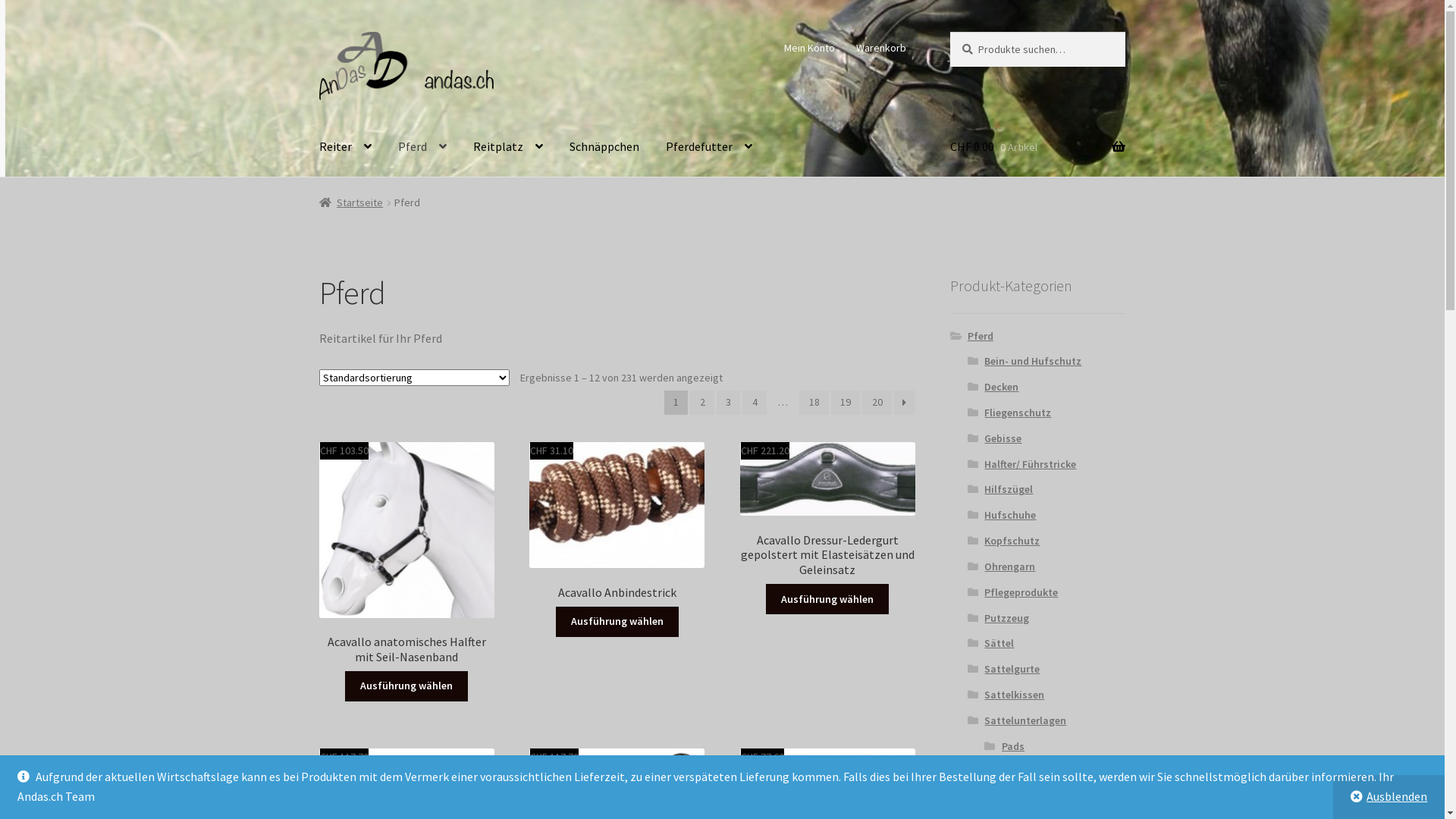  I want to click on 'Decken', so click(1001, 385).